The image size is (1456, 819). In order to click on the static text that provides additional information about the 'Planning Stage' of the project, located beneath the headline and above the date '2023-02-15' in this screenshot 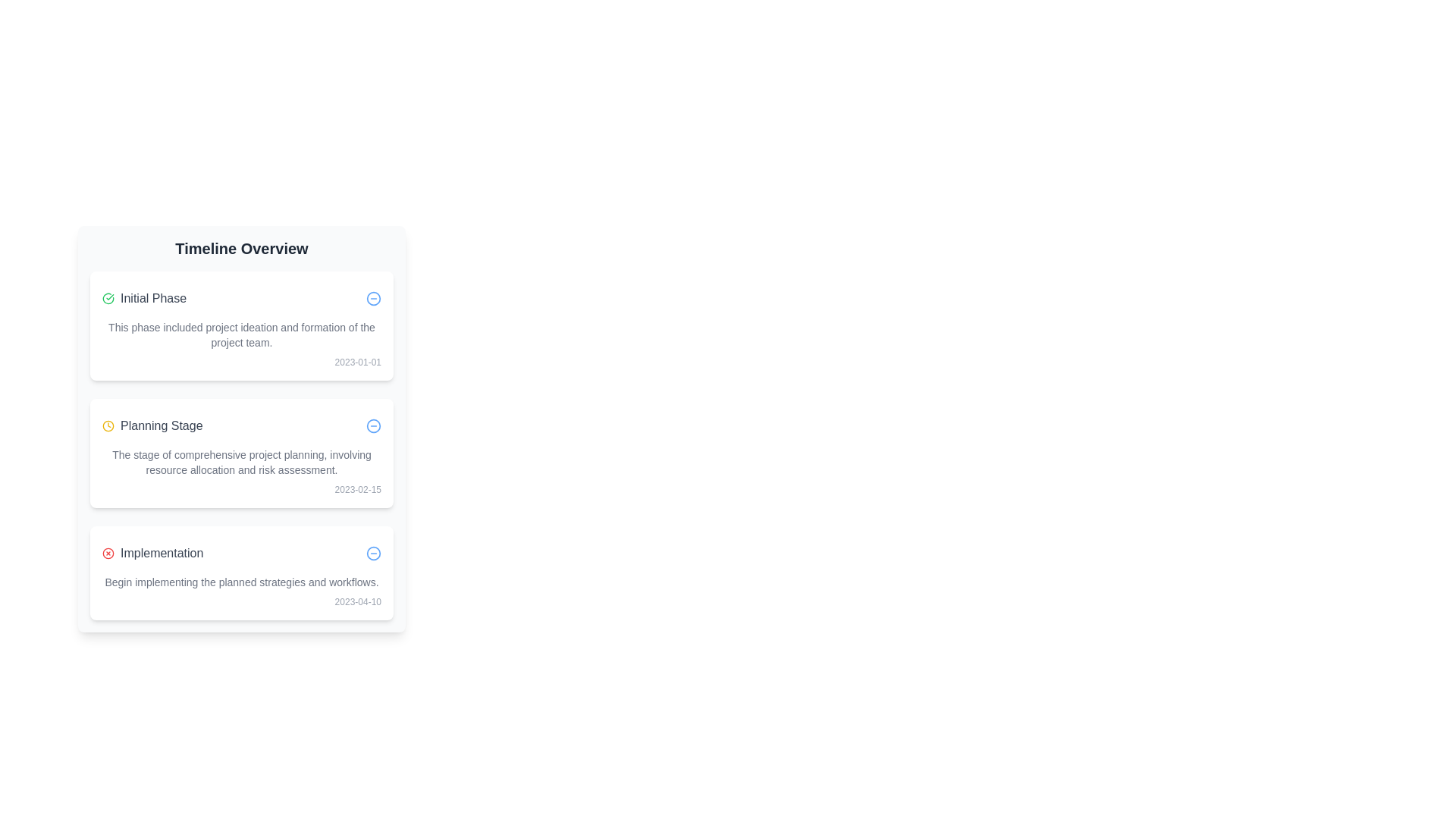, I will do `click(240, 461)`.